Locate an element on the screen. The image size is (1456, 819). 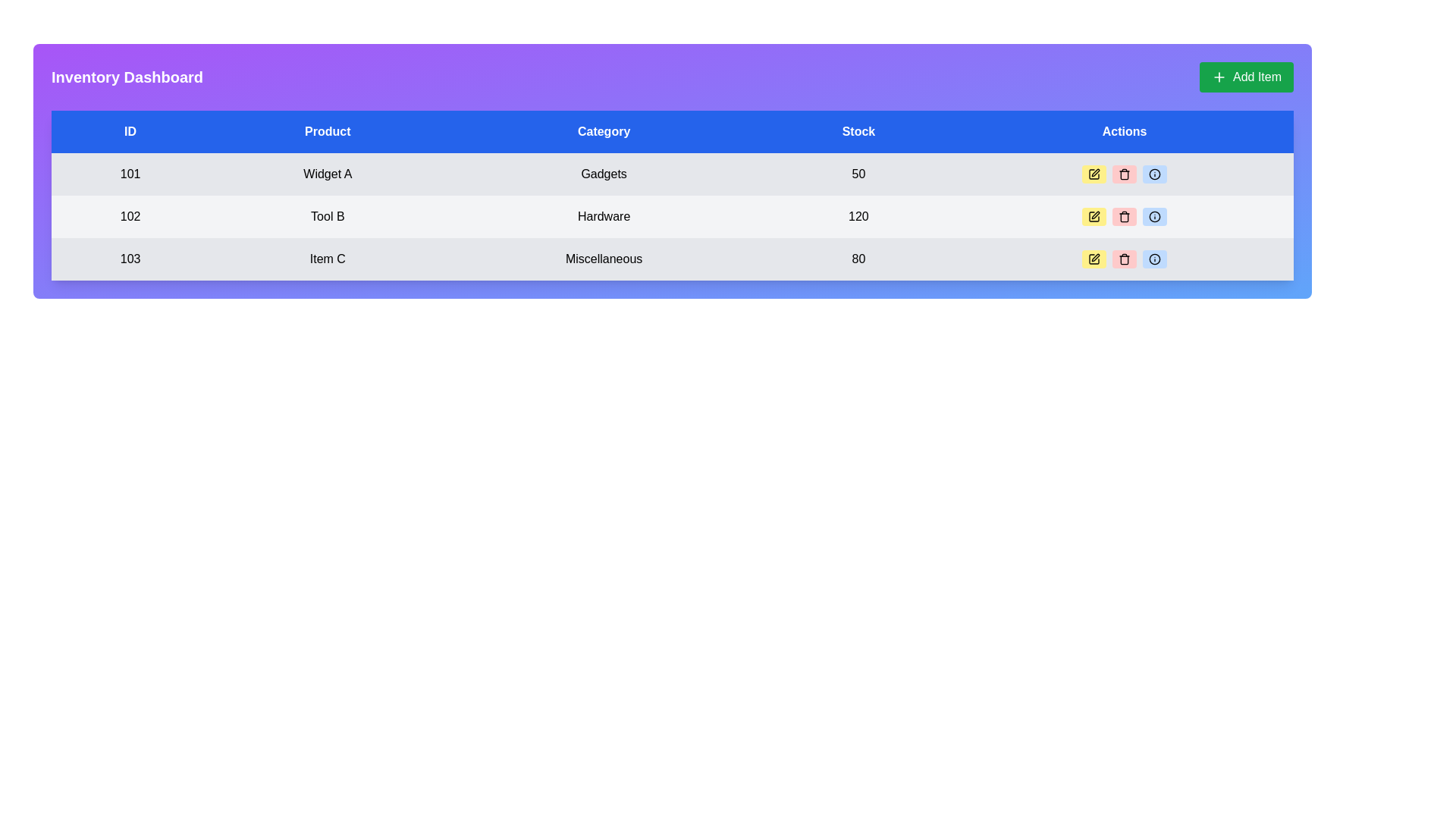
the third row in the table that displays '103', 'Item C', 'Miscellaneous', and '80' is located at coordinates (672, 259).